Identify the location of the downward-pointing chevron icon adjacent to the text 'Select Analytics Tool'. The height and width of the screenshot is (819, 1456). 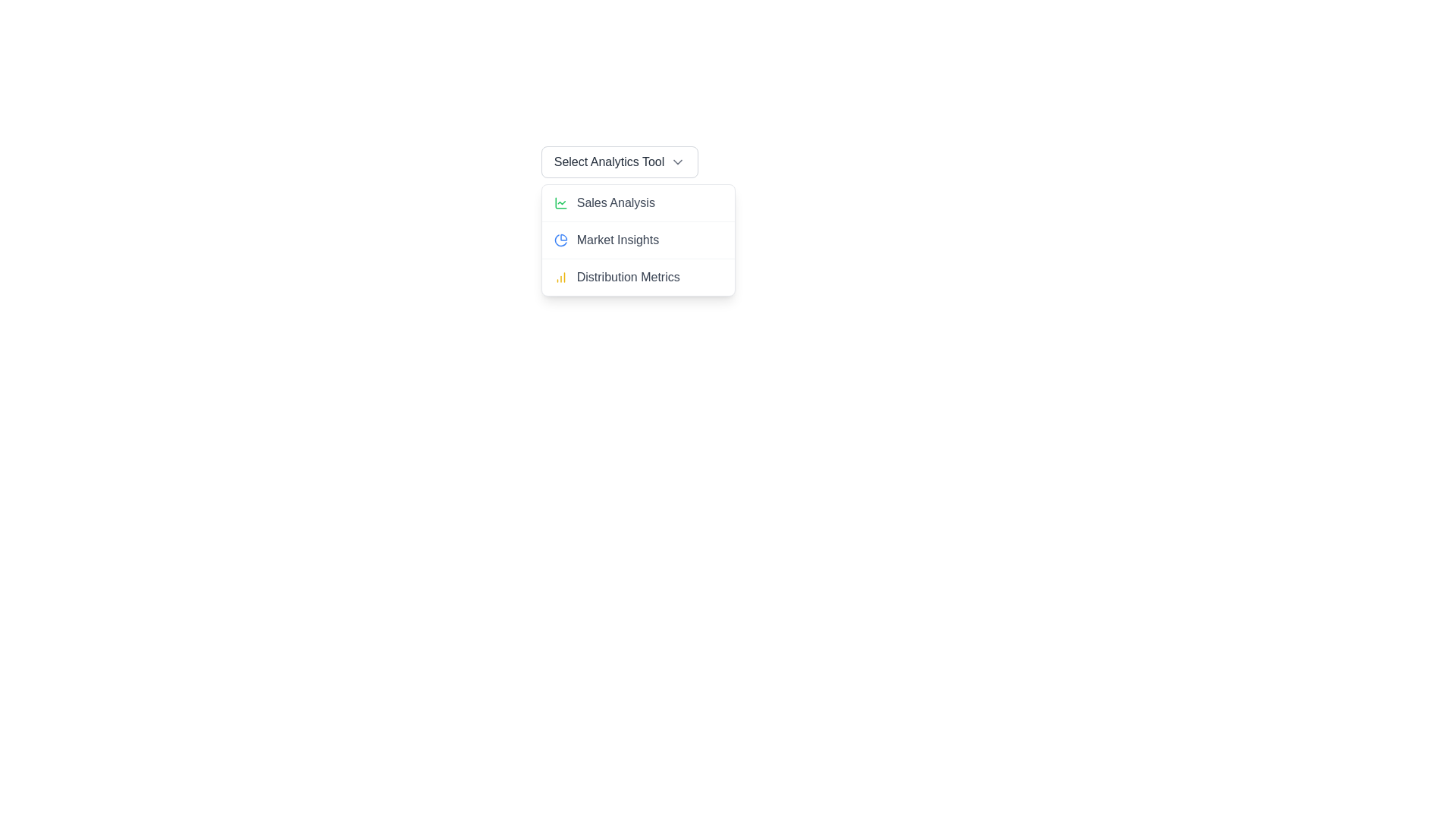
(676, 162).